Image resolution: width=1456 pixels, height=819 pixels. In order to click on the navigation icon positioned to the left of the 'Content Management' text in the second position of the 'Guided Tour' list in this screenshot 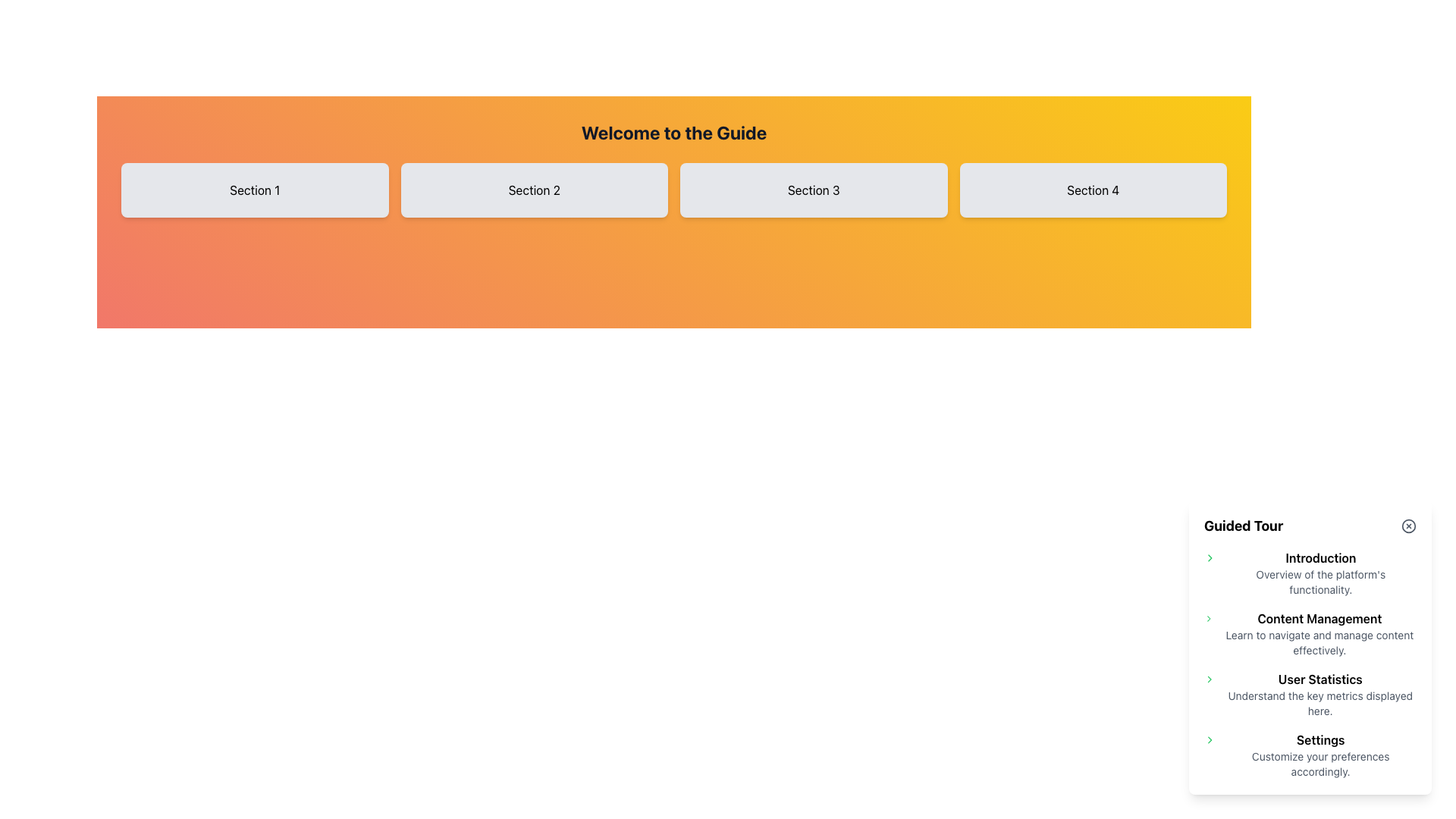, I will do `click(1208, 619)`.